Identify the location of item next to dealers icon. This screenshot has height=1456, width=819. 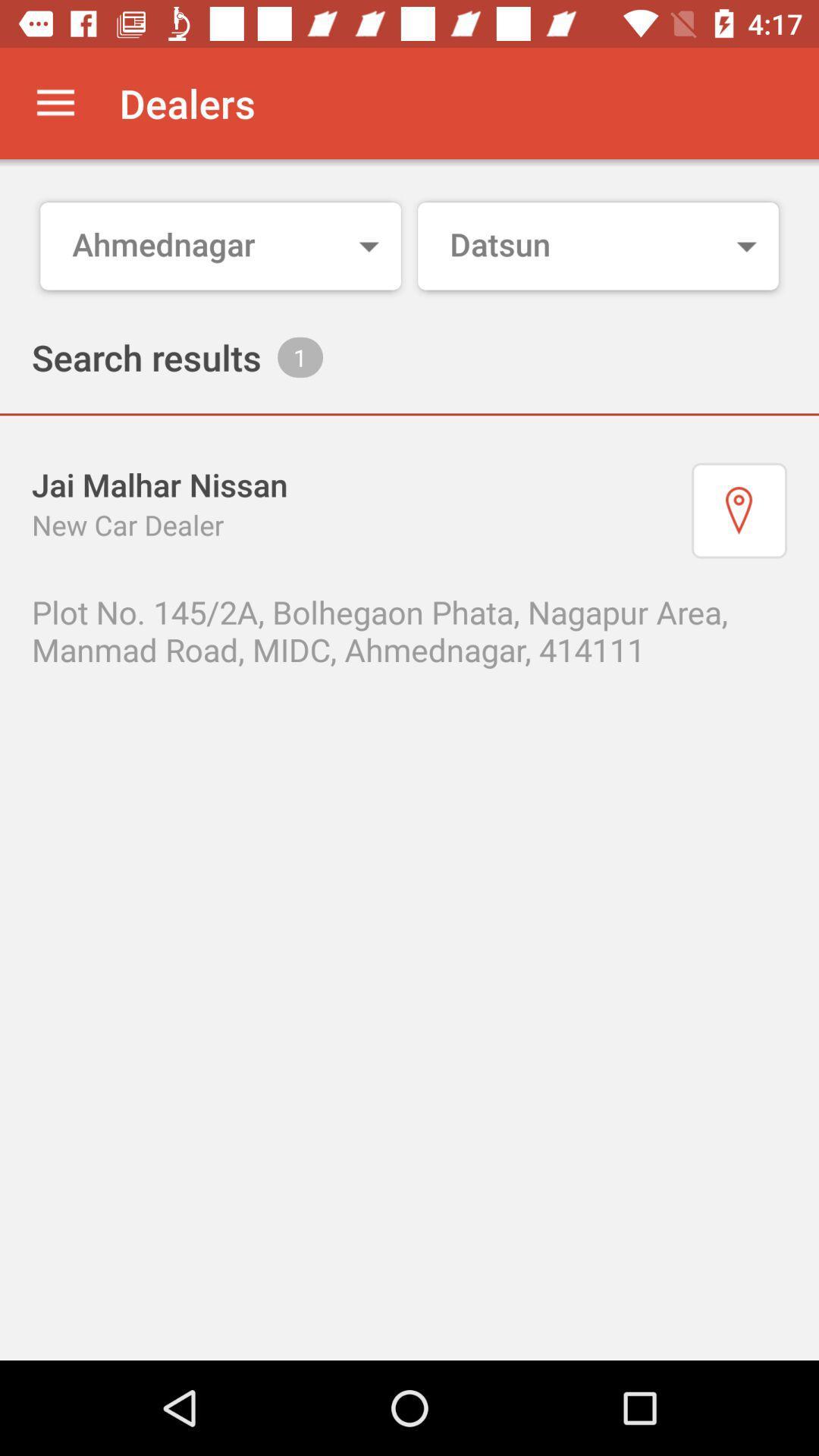
(55, 102).